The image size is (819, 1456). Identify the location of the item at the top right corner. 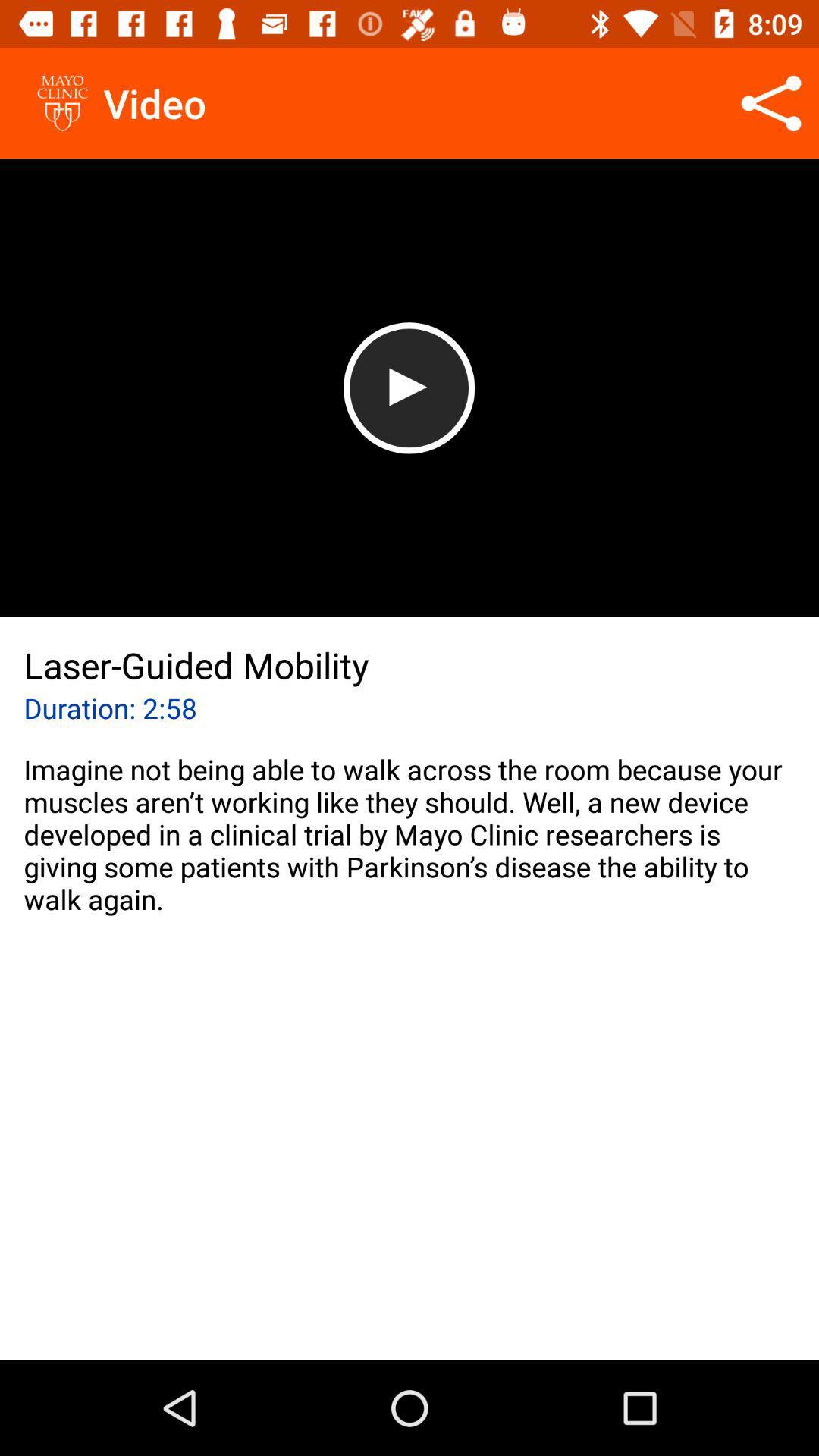
(771, 102).